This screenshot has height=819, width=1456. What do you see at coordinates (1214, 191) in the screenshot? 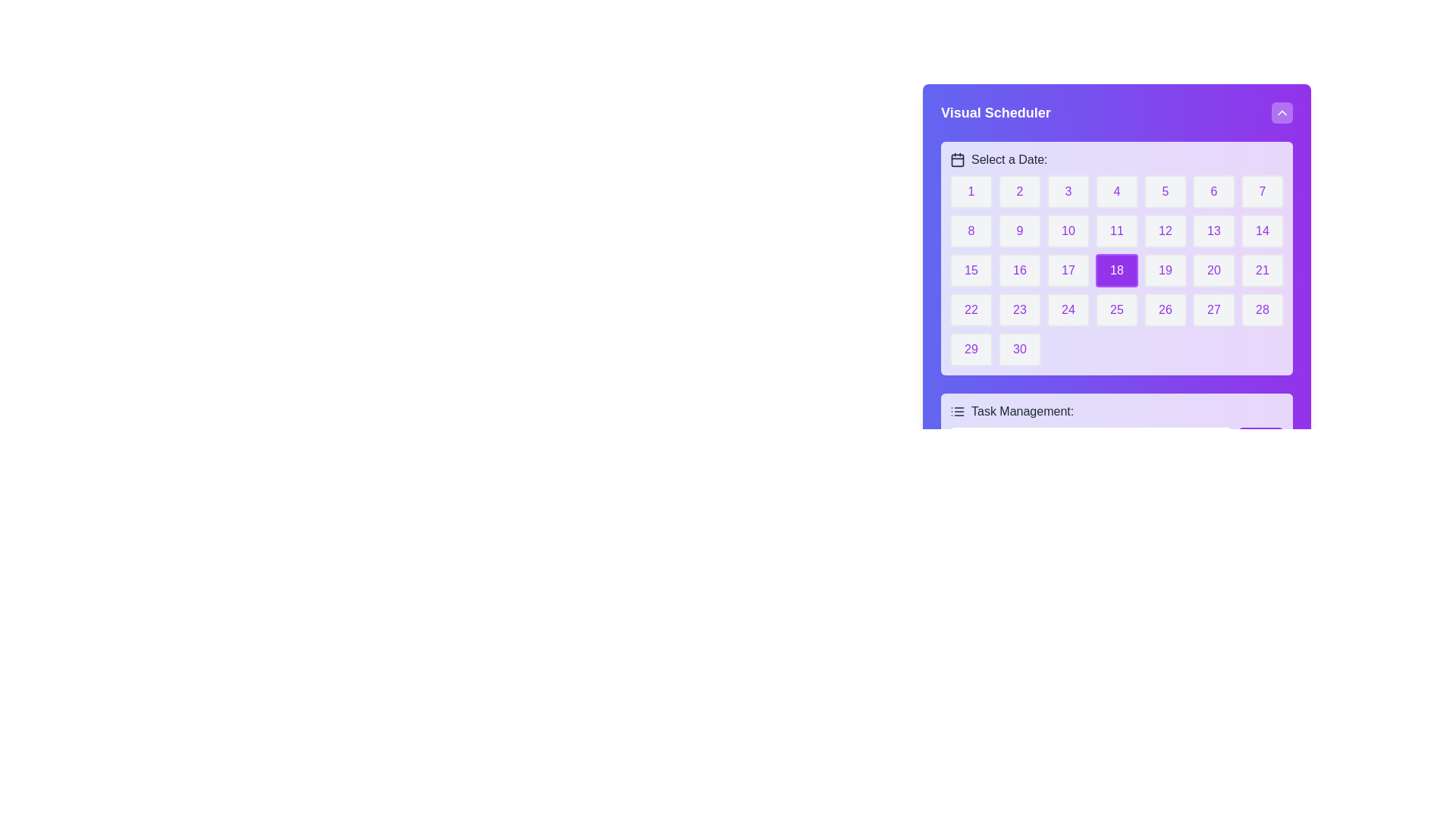
I see `the calendar date cell displaying the number '6', which is a rounded rectangular button within the calendar grid` at bounding box center [1214, 191].